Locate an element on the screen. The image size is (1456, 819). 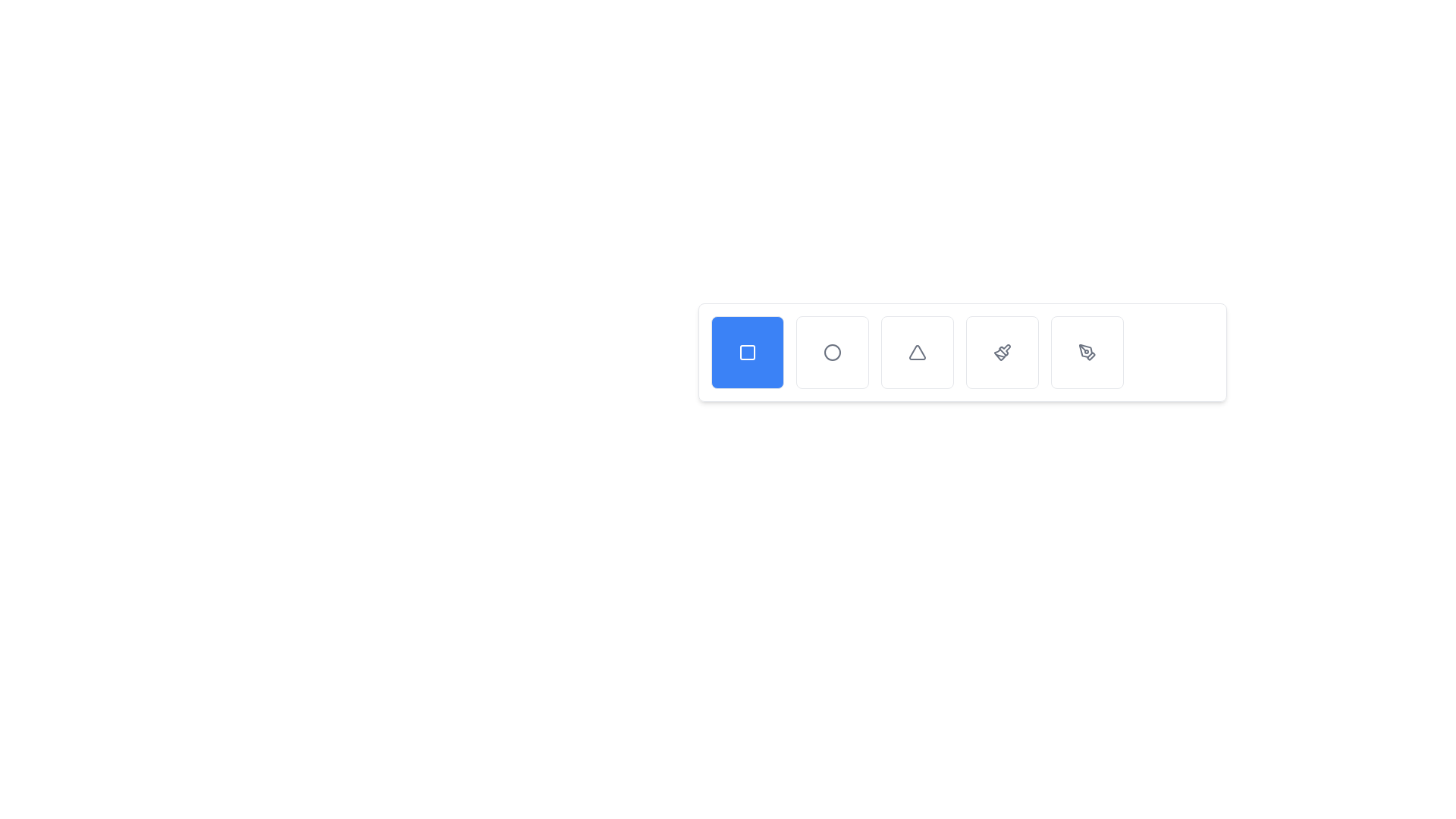
the central square icon embedded within the first button of a horizontally aligned group of buttons, which is styled as a blue square, to initiate further operations is located at coordinates (747, 353).